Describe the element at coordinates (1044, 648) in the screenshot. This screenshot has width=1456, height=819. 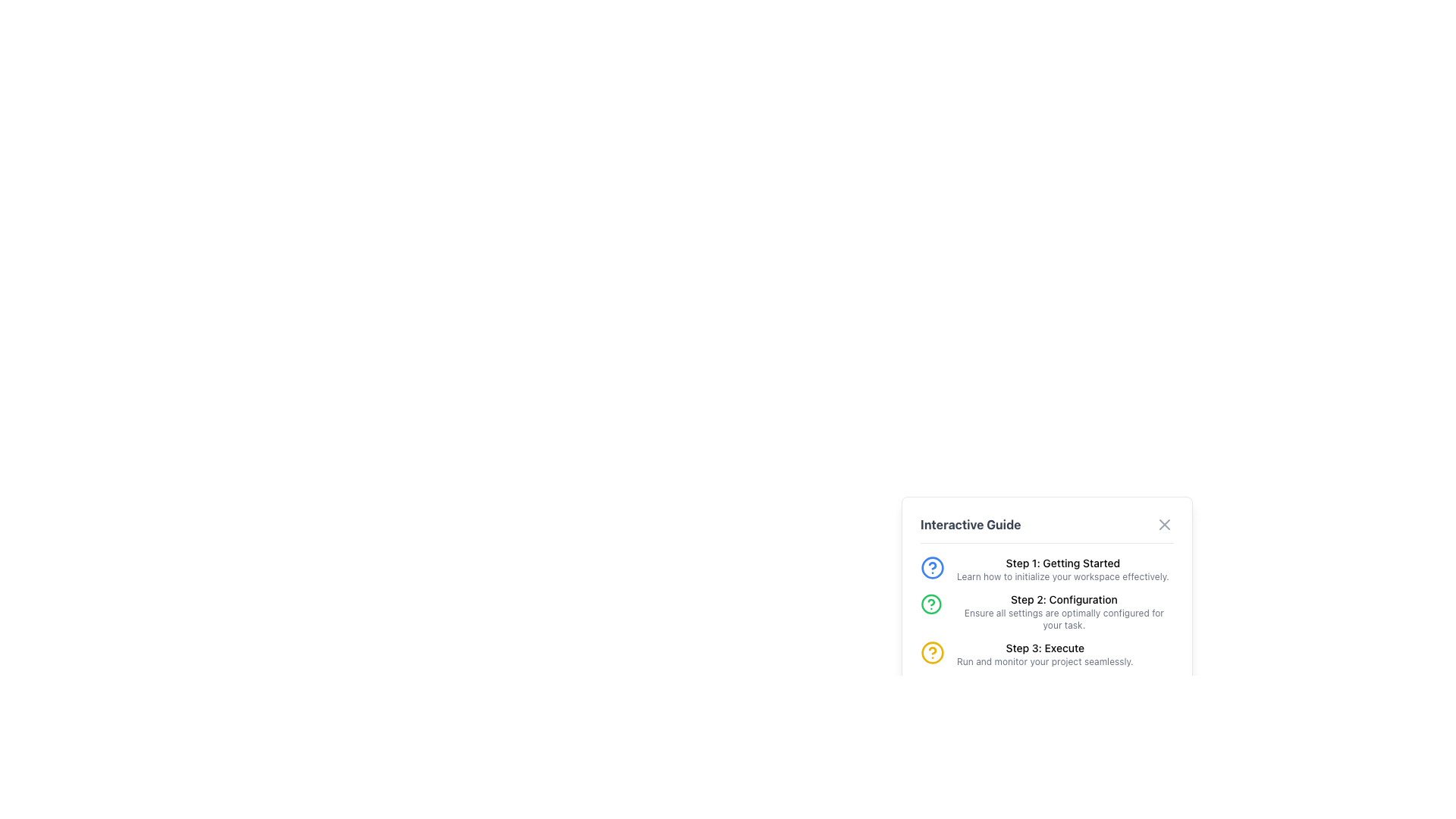
I see `the third Text Label in the 'Interactive Guide' section that provides a title for the corresponding step in the guide` at that location.